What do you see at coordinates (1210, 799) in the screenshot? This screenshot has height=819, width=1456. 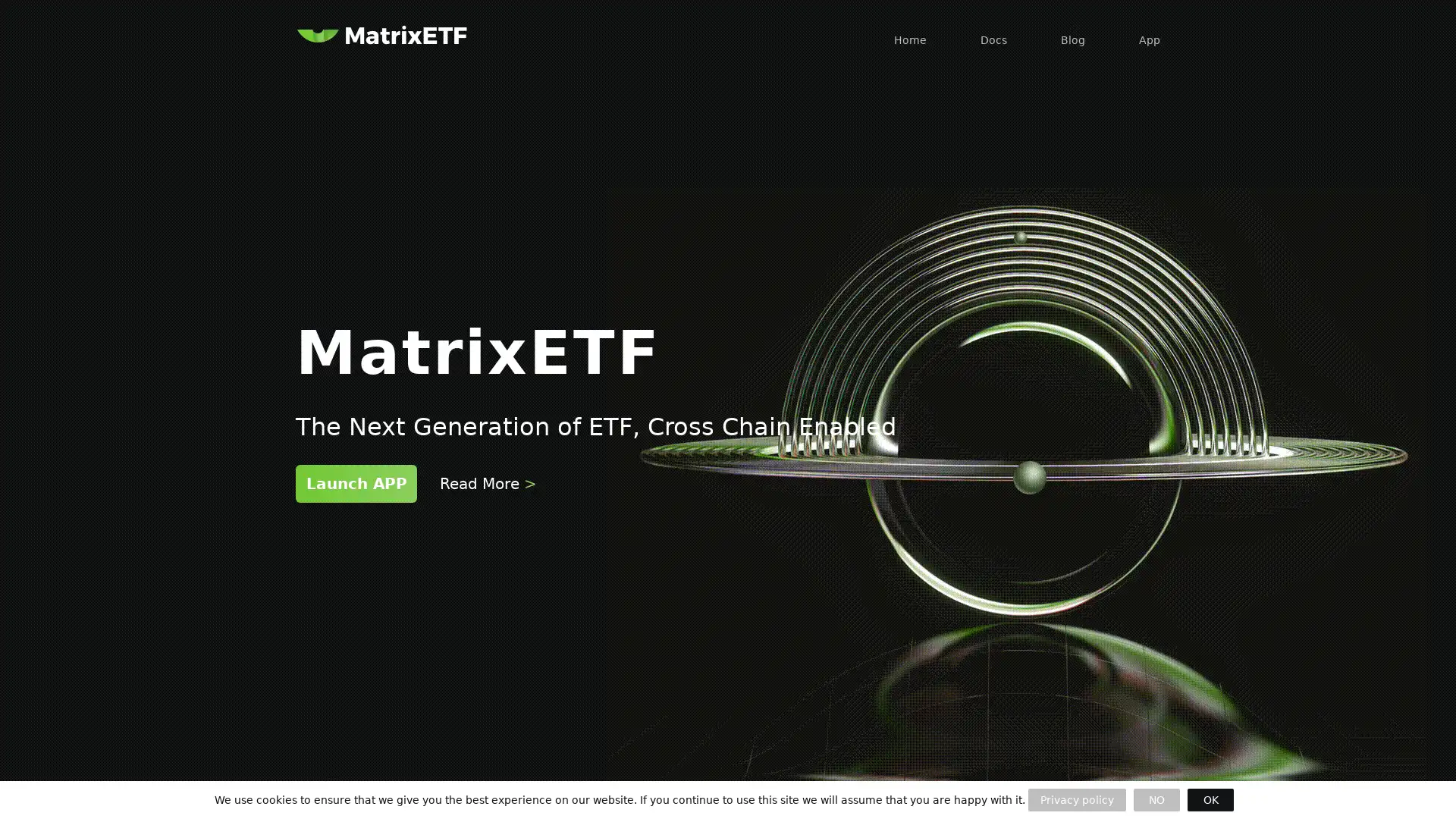 I see `OK` at bounding box center [1210, 799].